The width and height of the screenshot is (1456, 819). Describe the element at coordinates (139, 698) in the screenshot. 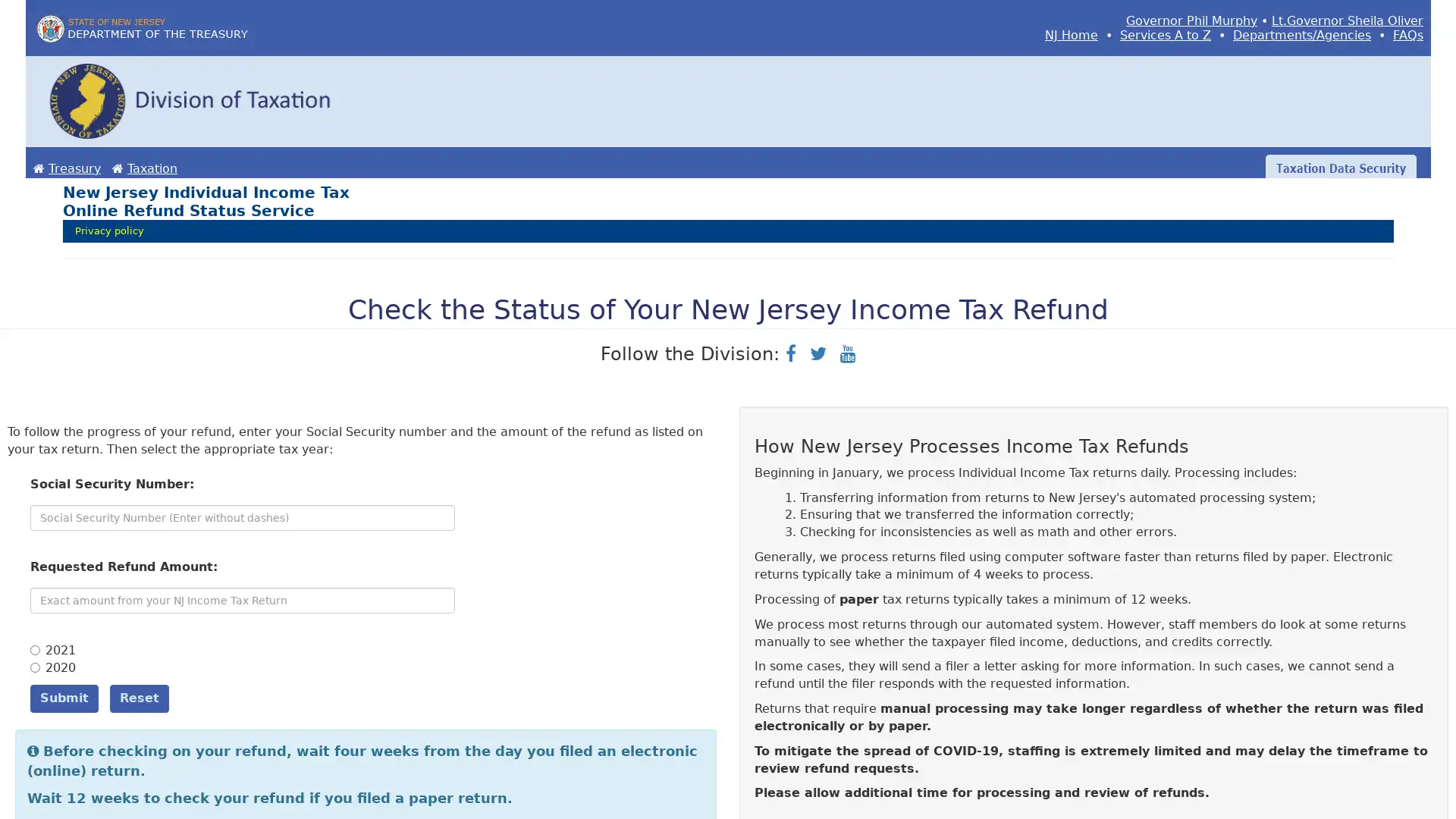

I see `Reset` at that location.